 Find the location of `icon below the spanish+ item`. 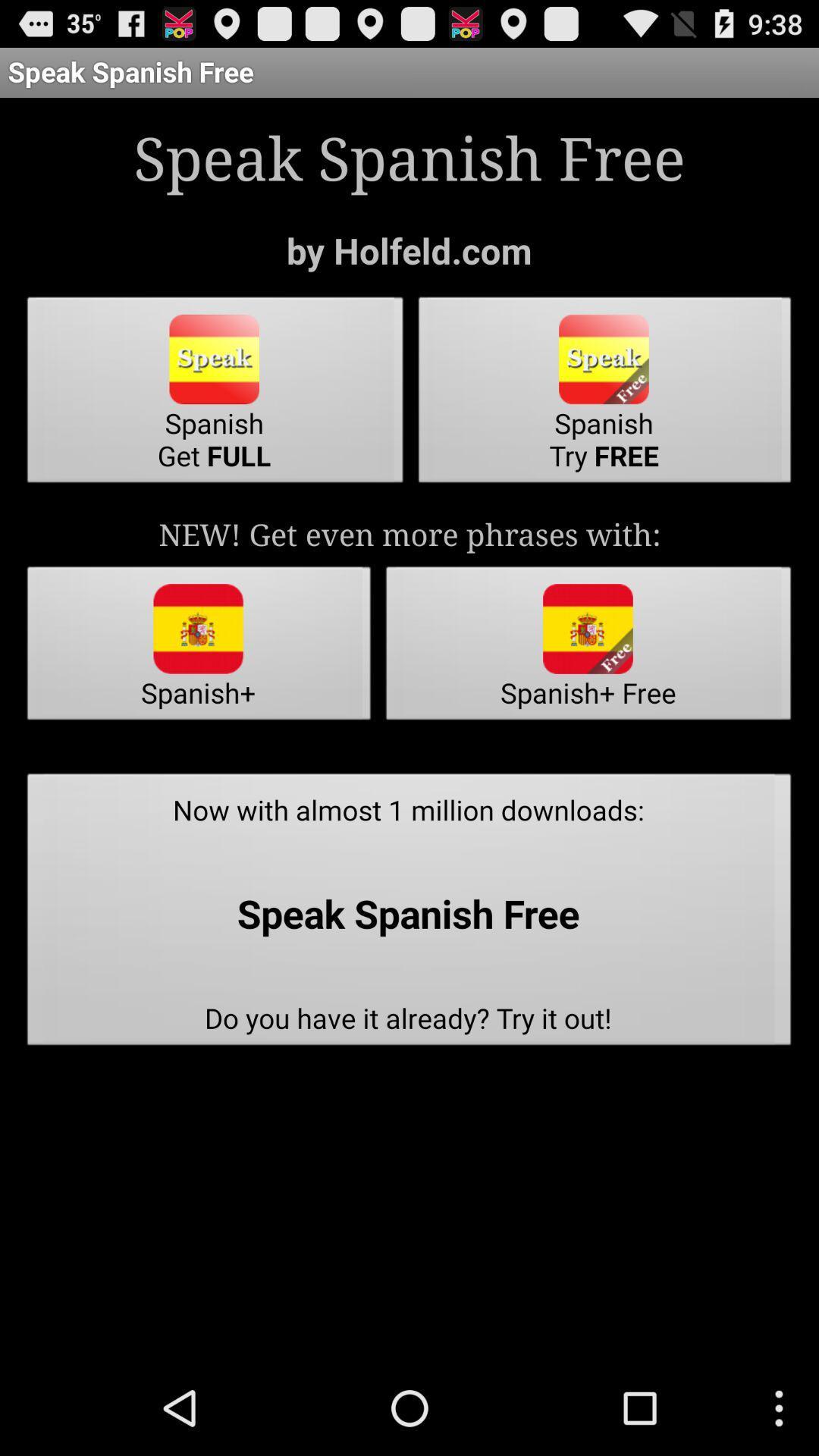

icon below the spanish+ item is located at coordinates (409, 913).